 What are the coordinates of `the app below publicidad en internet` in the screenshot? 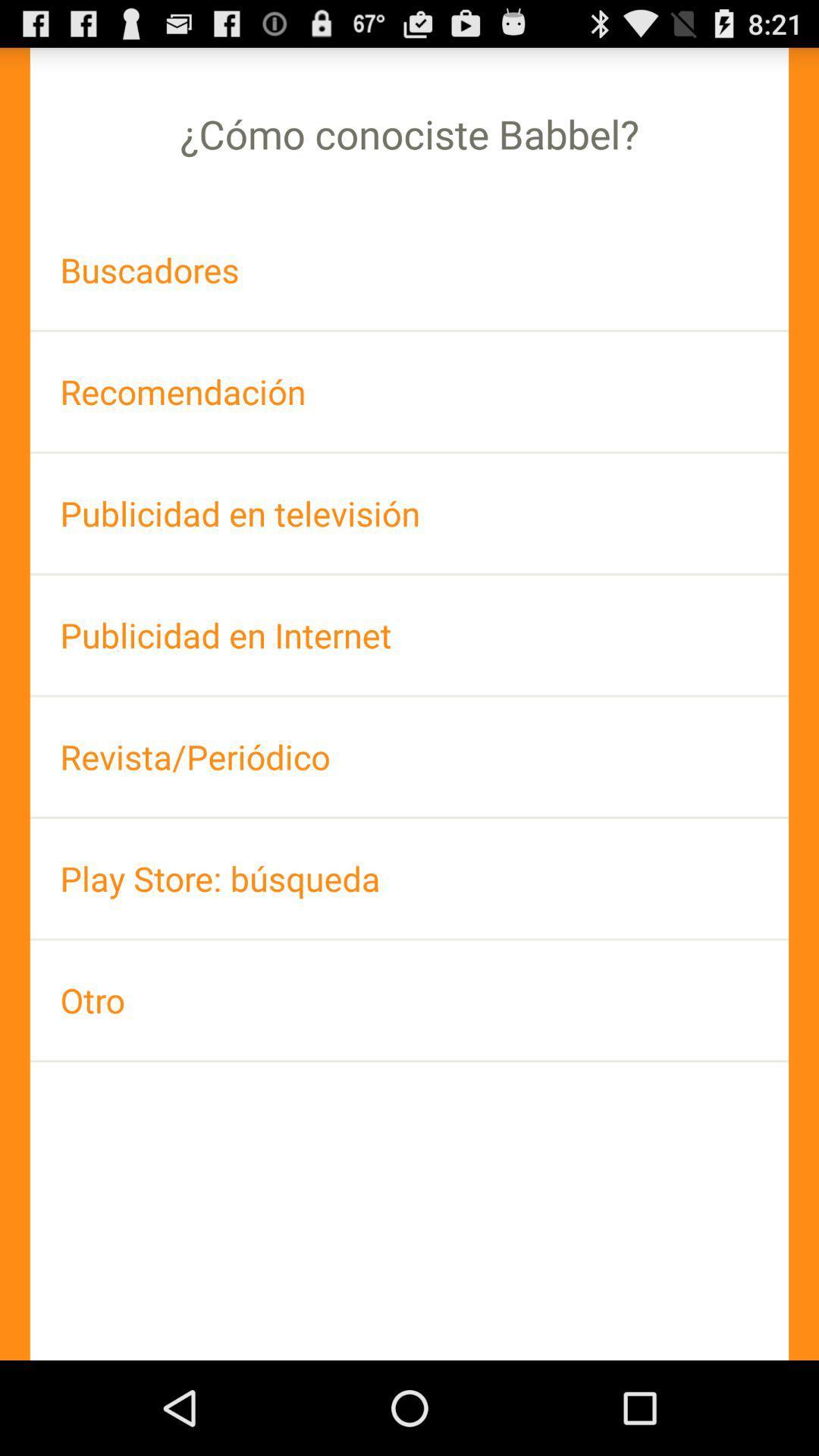 It's located at (409, 757).